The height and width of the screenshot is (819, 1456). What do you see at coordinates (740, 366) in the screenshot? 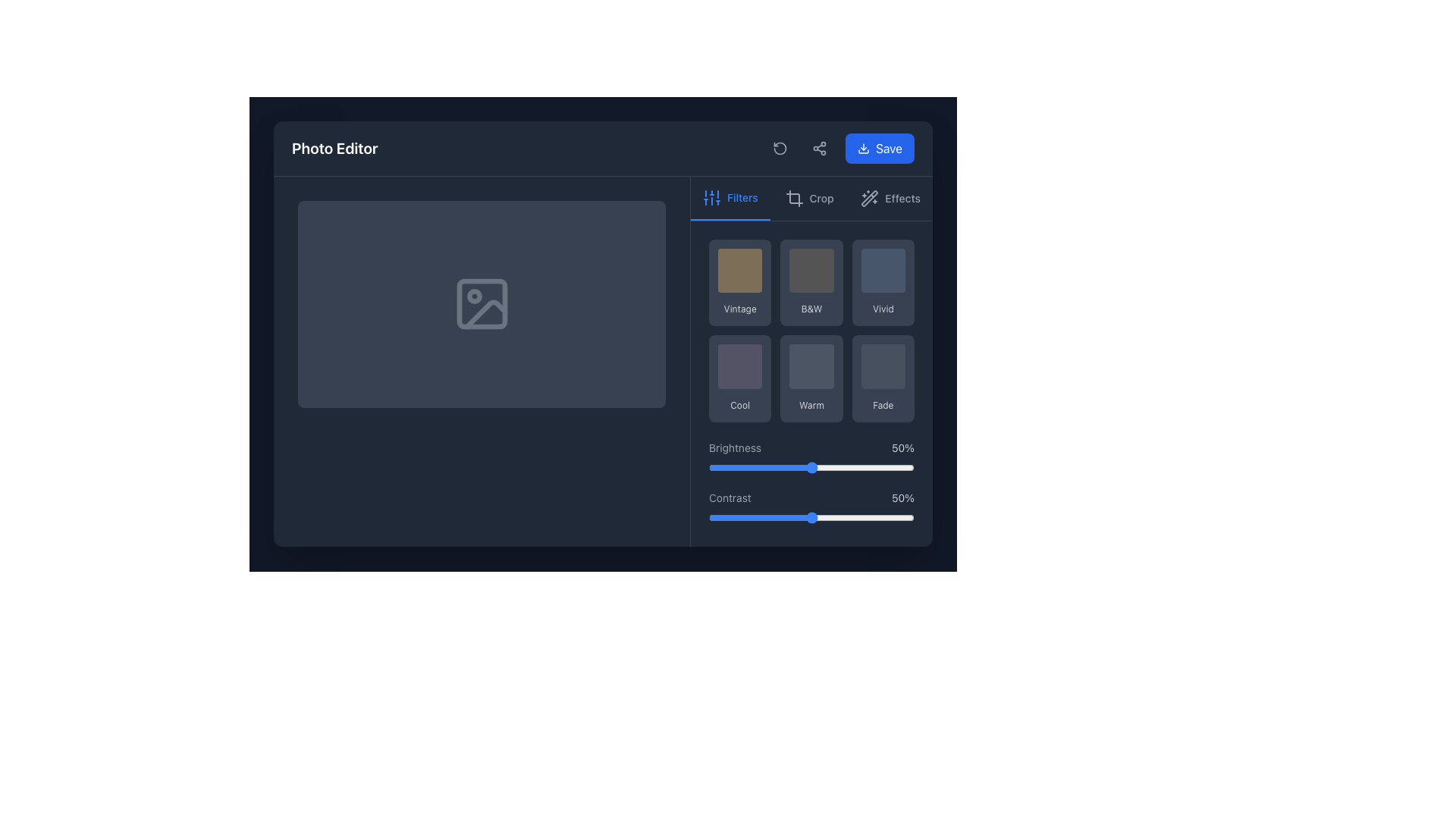
I see `the interactive visual square within the 'Cool' button in the right panel under the 'Filters' tab` at bounding box center [740, 366].